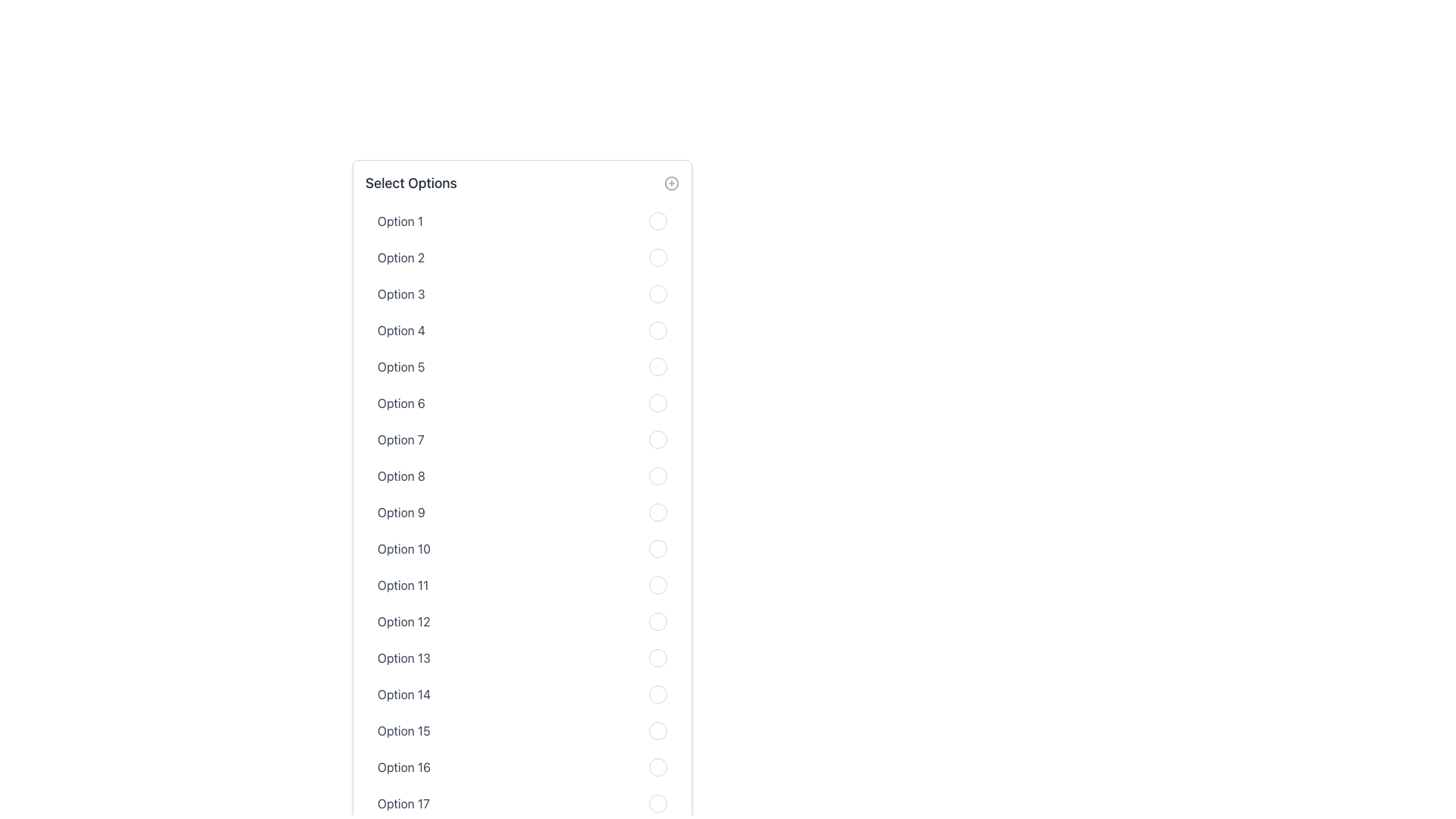  I want to click on the radio button with a thin gray border located on the far-right side of the list entry labeled 'Option 11', so click(658, 584).